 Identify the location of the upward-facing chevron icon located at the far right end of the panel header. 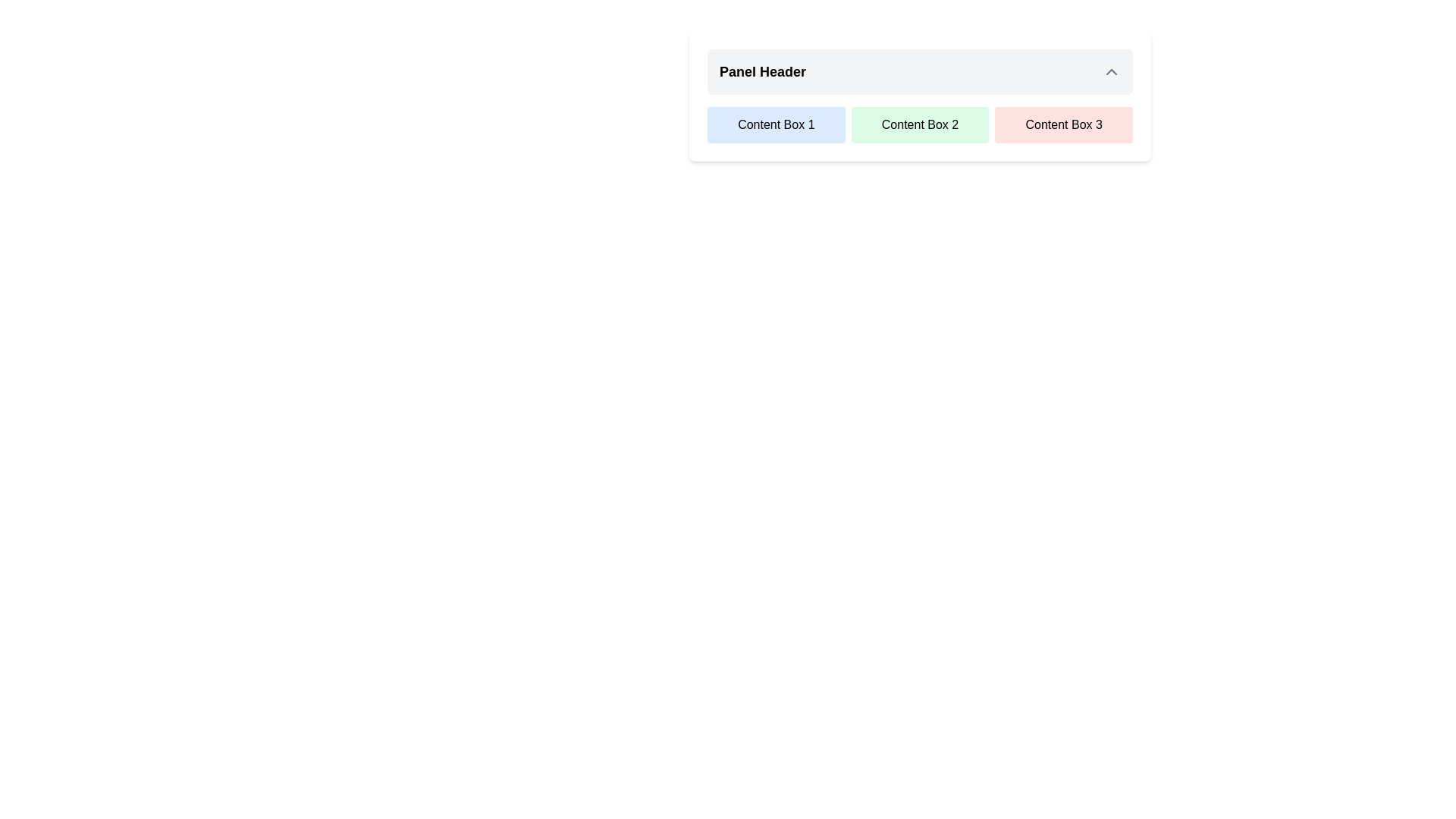
(1111, 72).